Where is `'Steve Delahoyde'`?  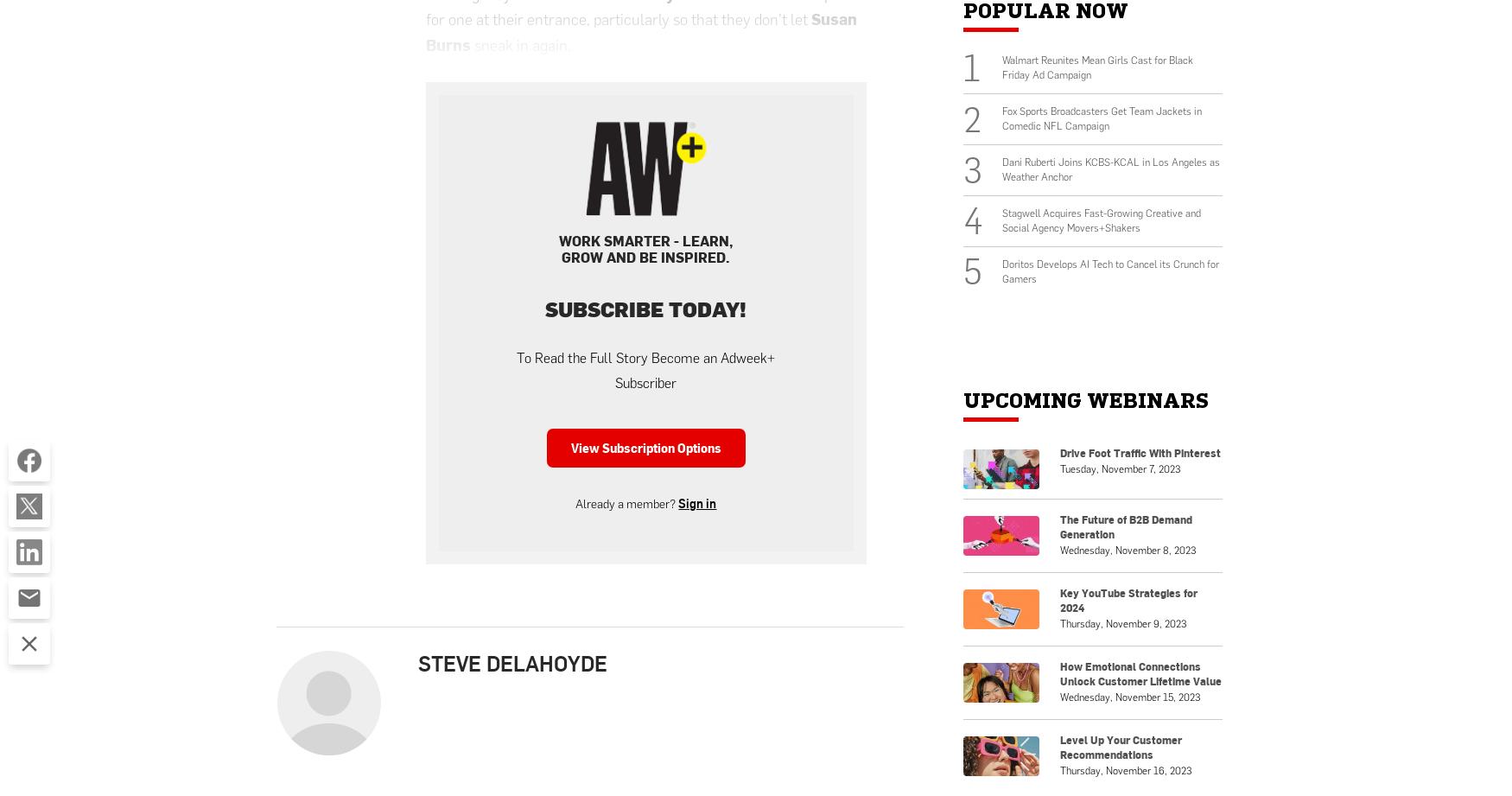 'Steve Delahoyde' is located at coordinates (512, 663).